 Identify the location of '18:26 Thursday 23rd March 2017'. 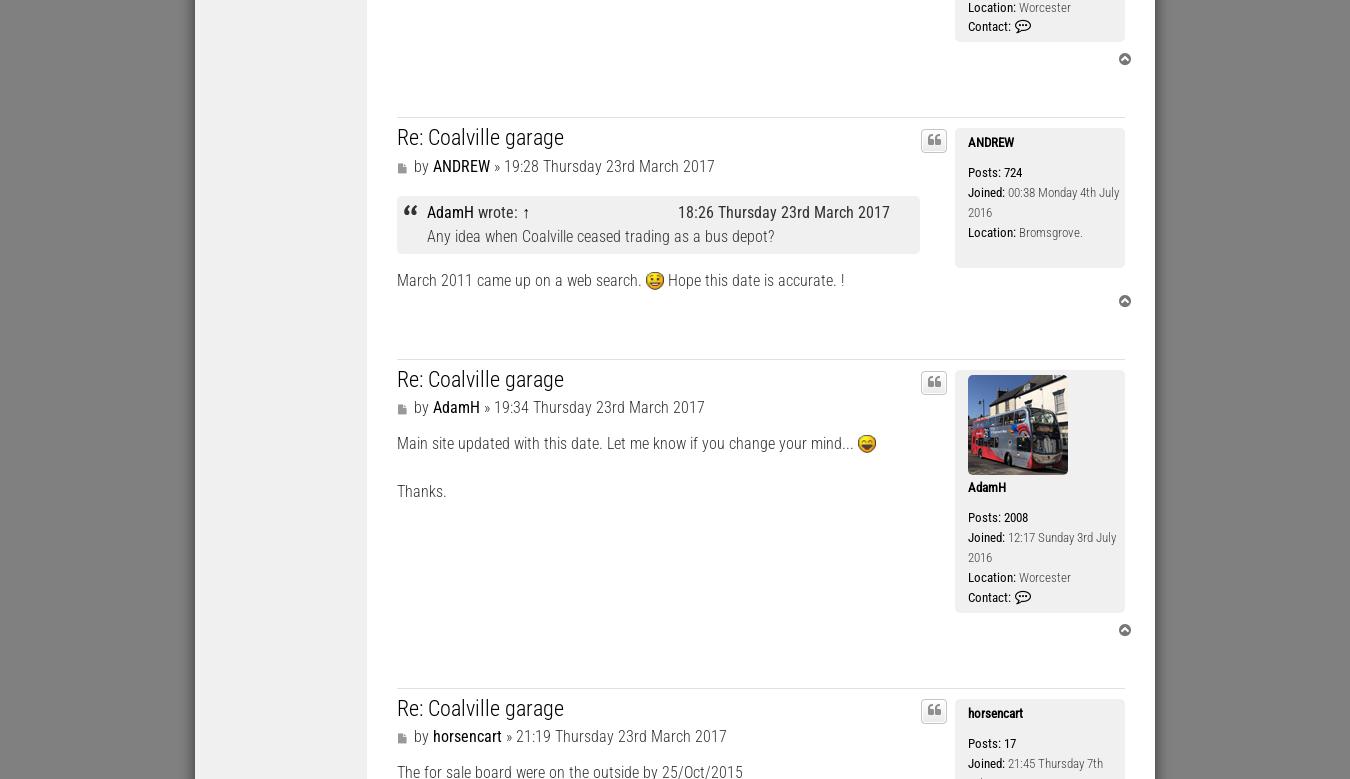
(782, 211).